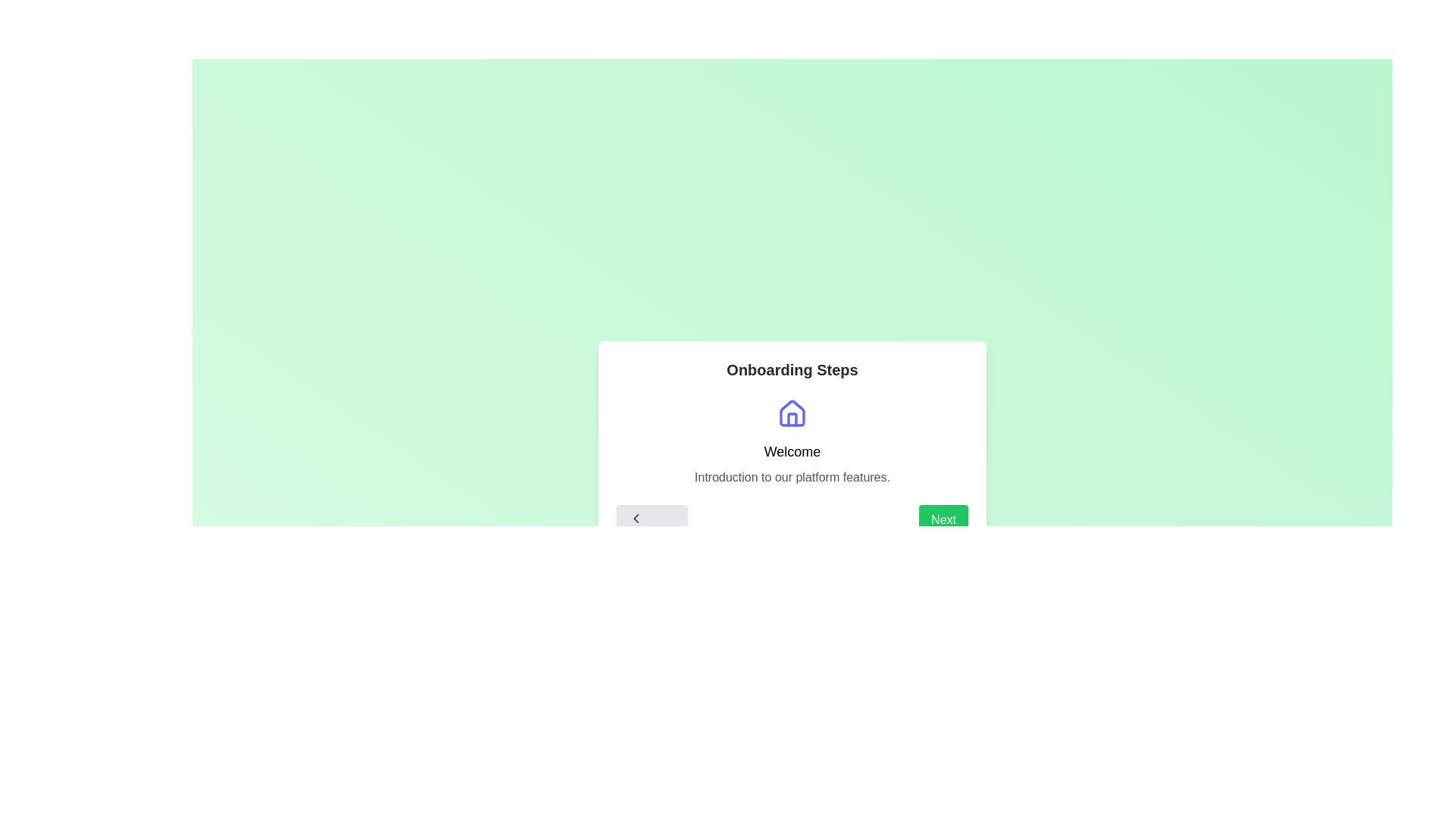 Image resolution: width=1456 pixels, height=819 pixels. I want to click on the first indicator dot in the multi-step onboarding process, located at the bottom center of the modal dialog, so click(769, 573).